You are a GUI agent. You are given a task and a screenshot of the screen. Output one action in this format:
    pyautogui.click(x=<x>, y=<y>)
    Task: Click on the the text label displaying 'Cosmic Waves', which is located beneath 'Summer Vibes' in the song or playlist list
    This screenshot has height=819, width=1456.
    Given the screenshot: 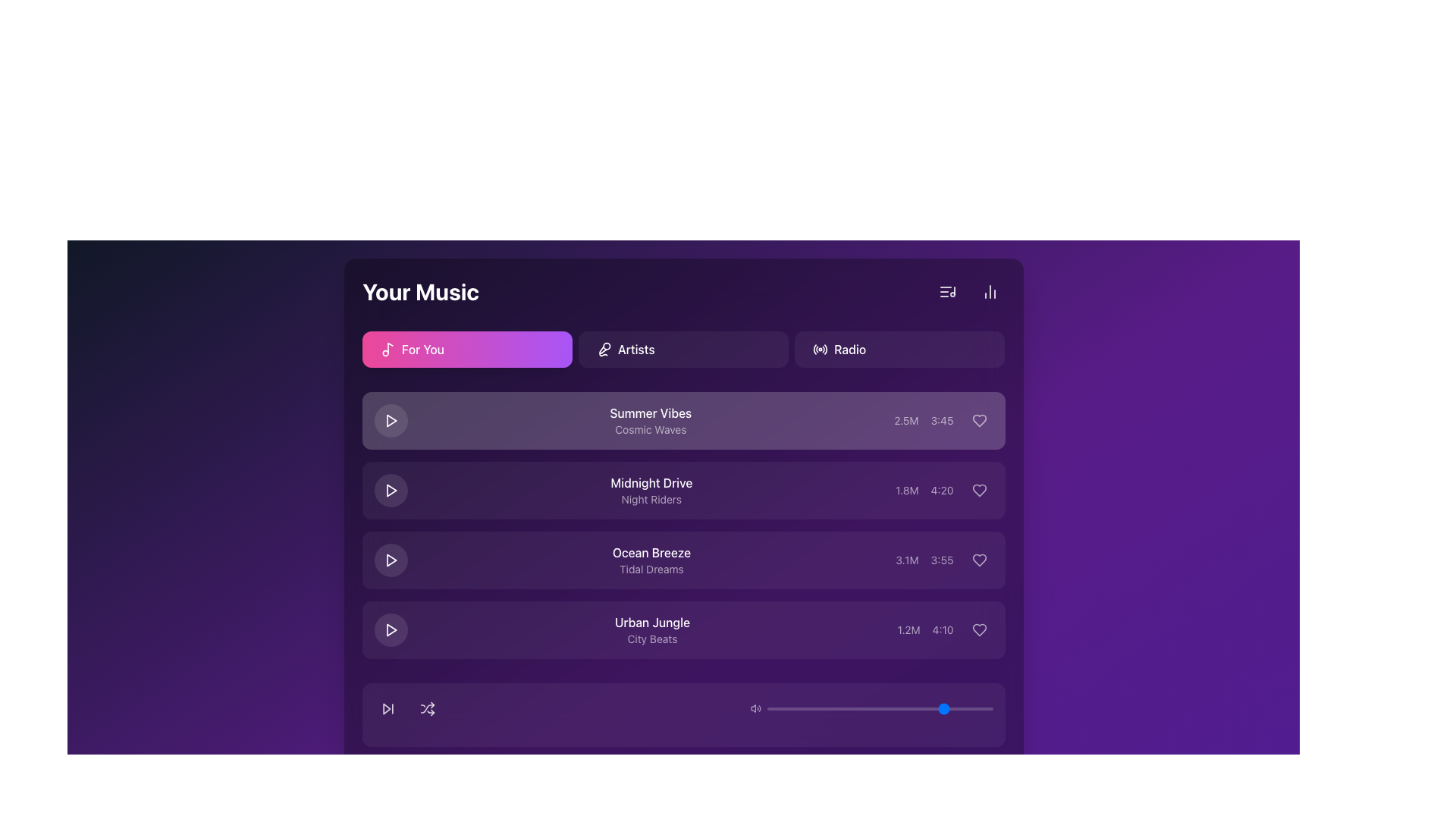 What is the action you would take?
    pyautogui.click(x=651, y=430)
    